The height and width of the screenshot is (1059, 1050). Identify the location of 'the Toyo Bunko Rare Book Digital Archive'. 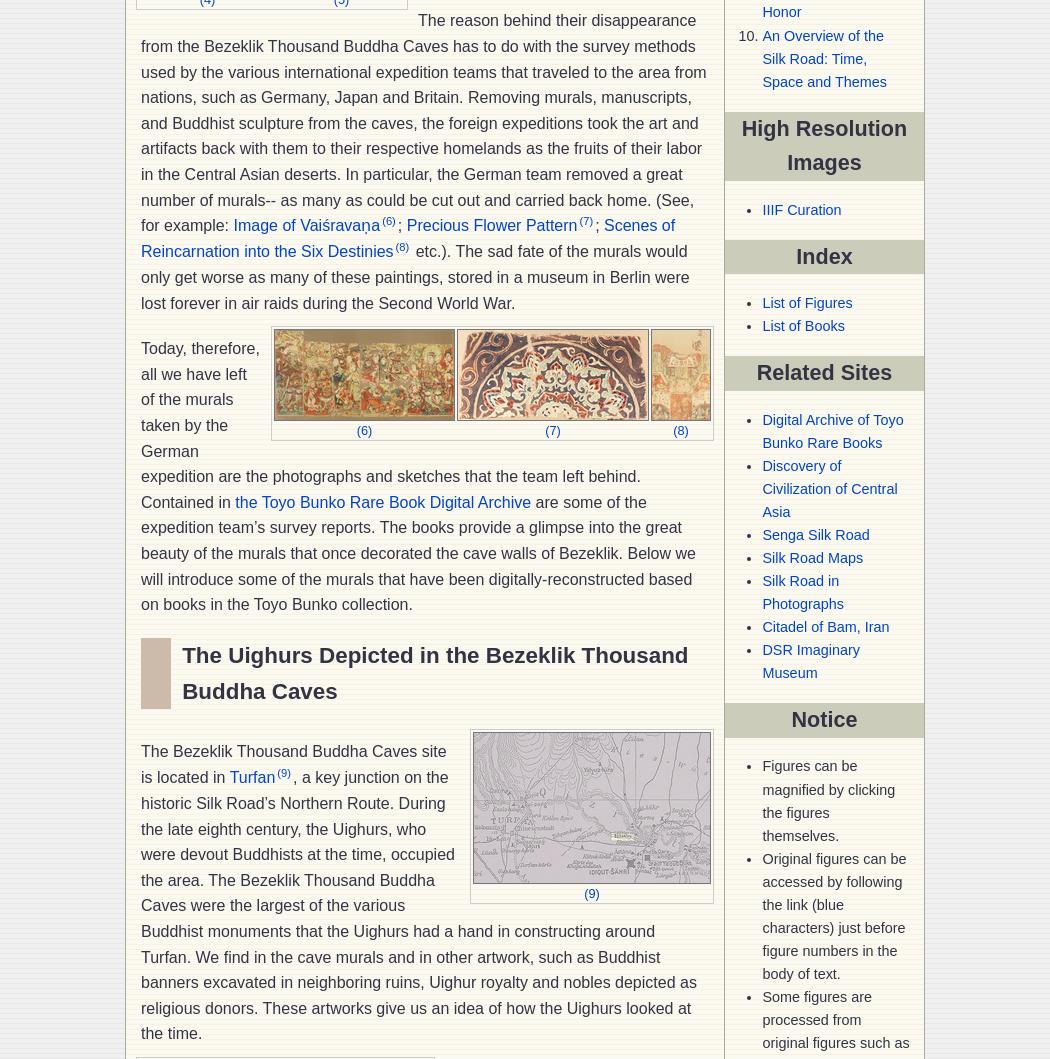
(234, 501).